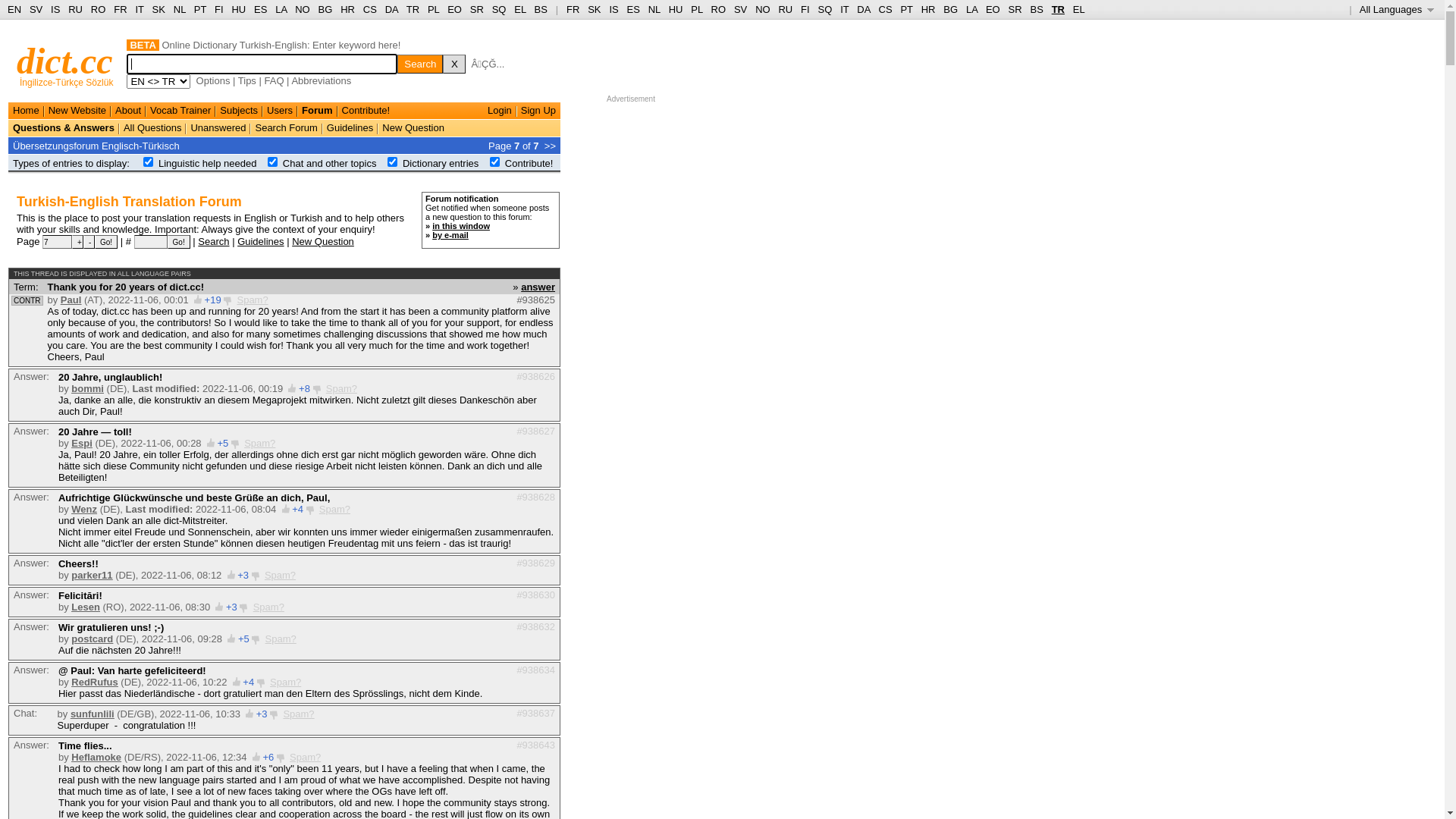 The height and width of the screenshot is (819, 1456). I want to click on '#938634', so click(535, 669).